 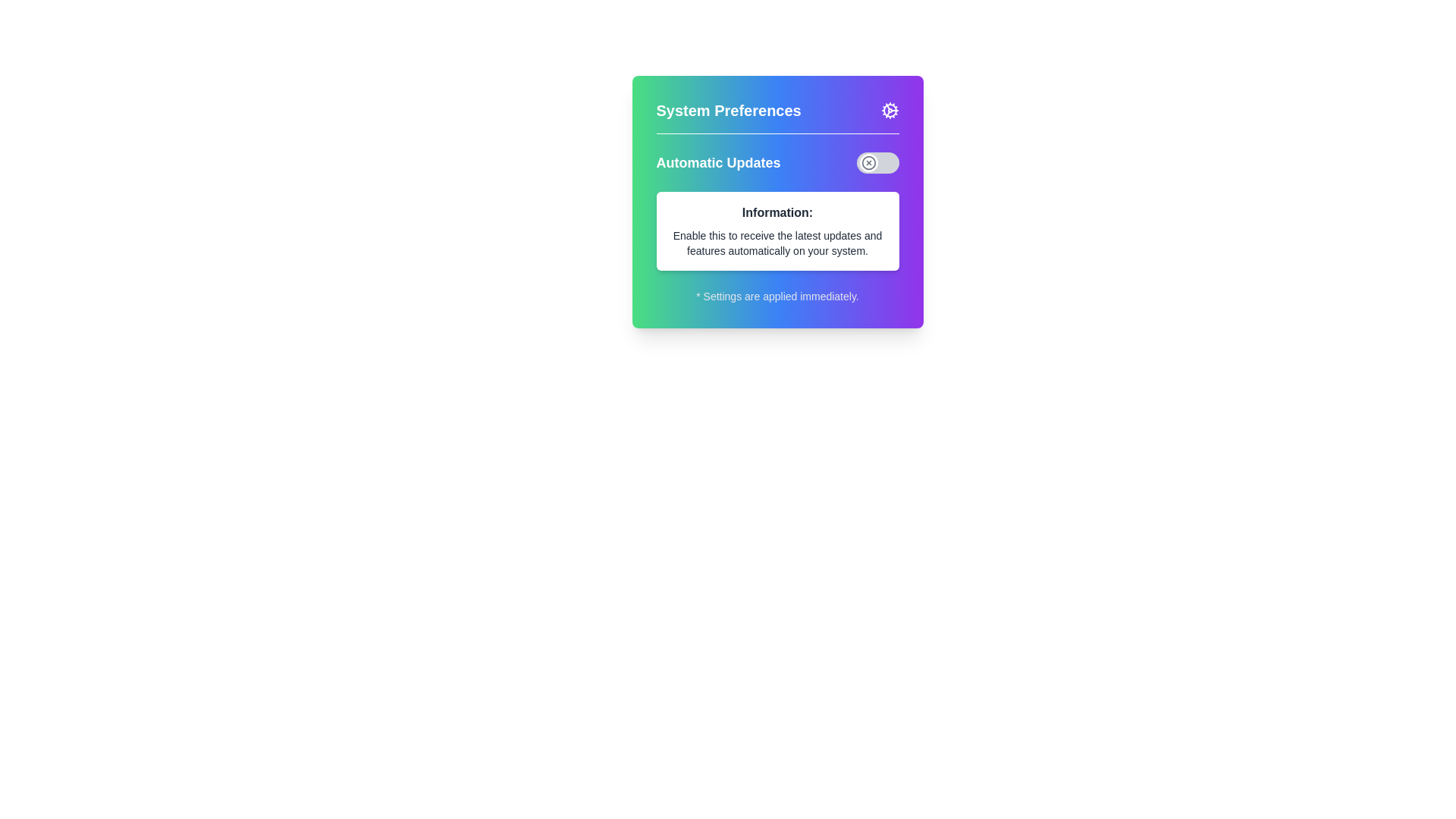 What do you see at coordinates (777, 296) in the screenshot?
I see `the static text that reads '* Settings are applied immediately.' displayed in grey font at the bottom of the section with a gradient background transitioning from green to purple` at bounding box center [777, 296].